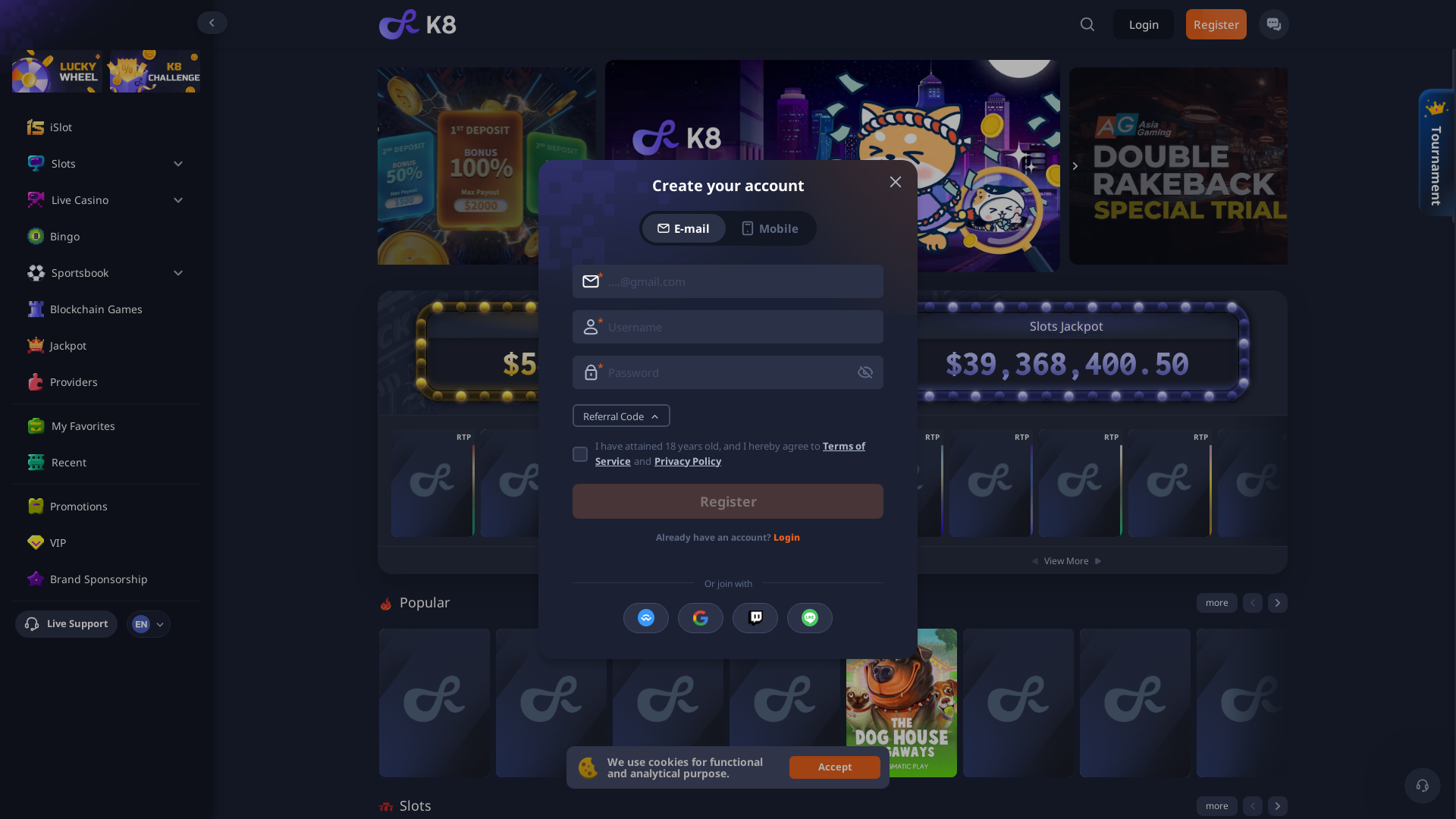 The width and height of the screenshot is (1456, 819). What do you see at coordinates (116, 309) in the screenshot?
I see `'Blockchain Games'` at bounding box center [116, 309].